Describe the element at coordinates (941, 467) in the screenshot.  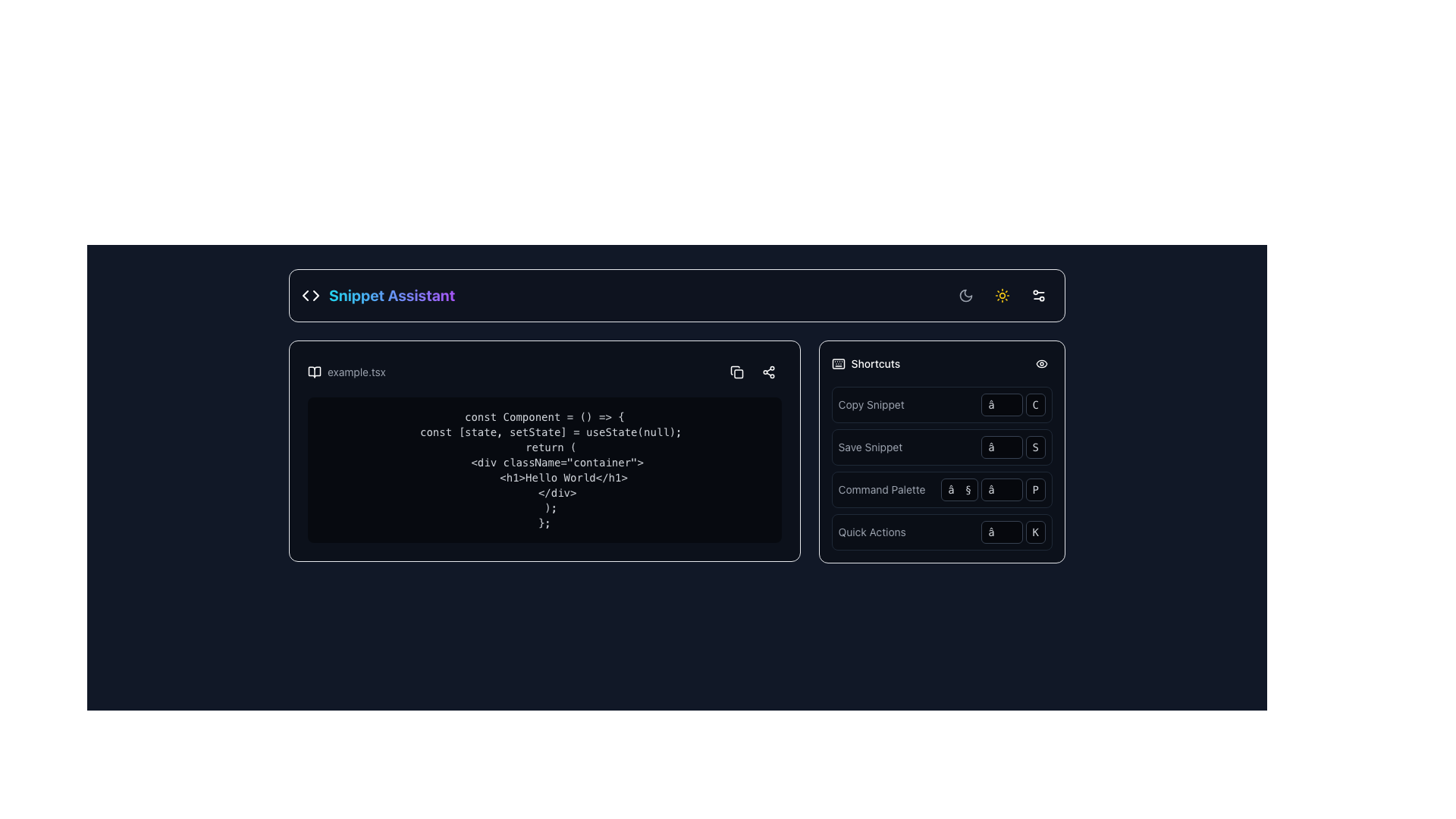
I see `the details of the third shortcut row in the Shortcuts section, which is styled with a dark background and rounded corners` at that location.